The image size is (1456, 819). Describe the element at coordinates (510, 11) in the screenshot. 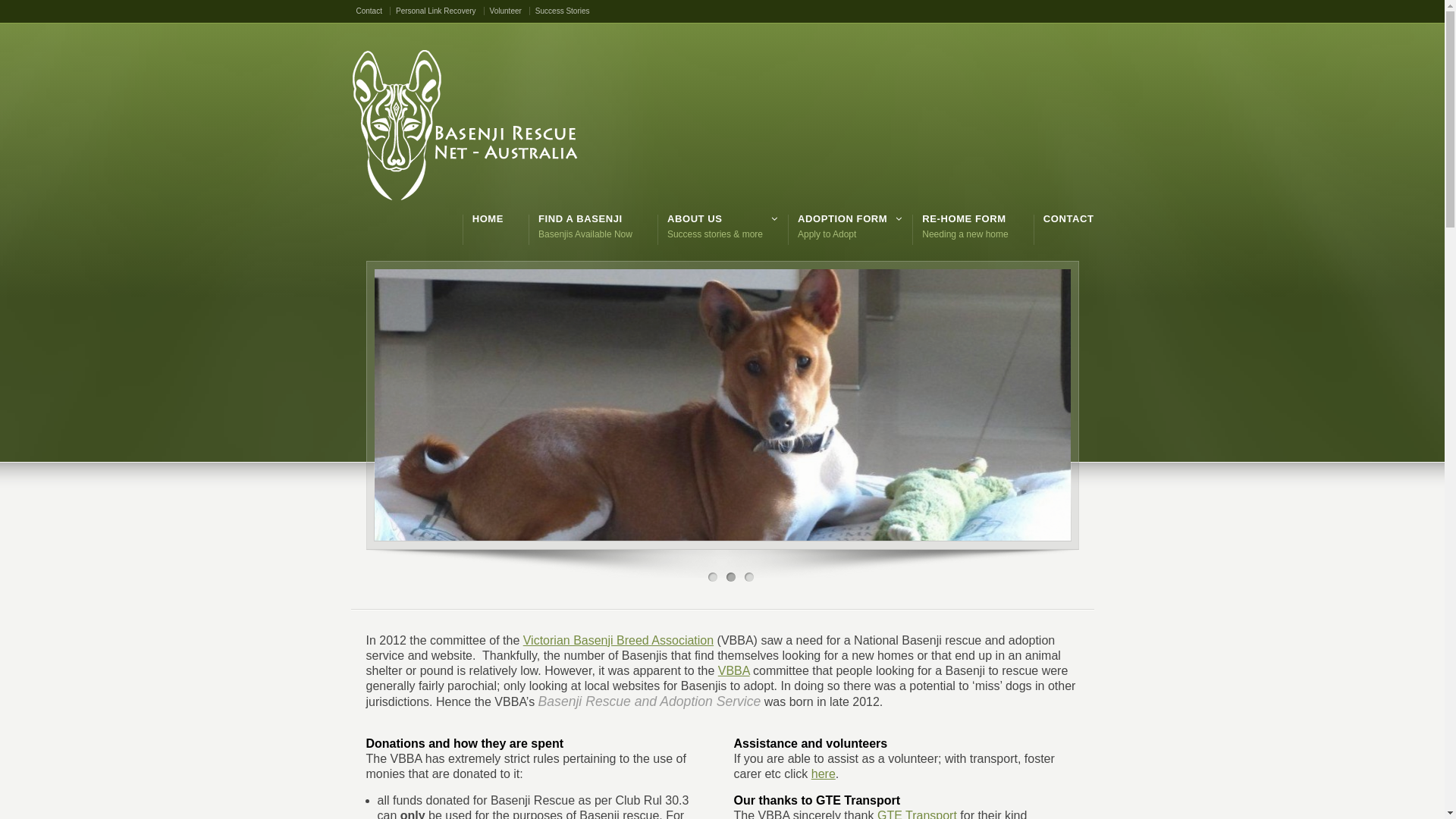

I see `'Volunteer'` at that location.